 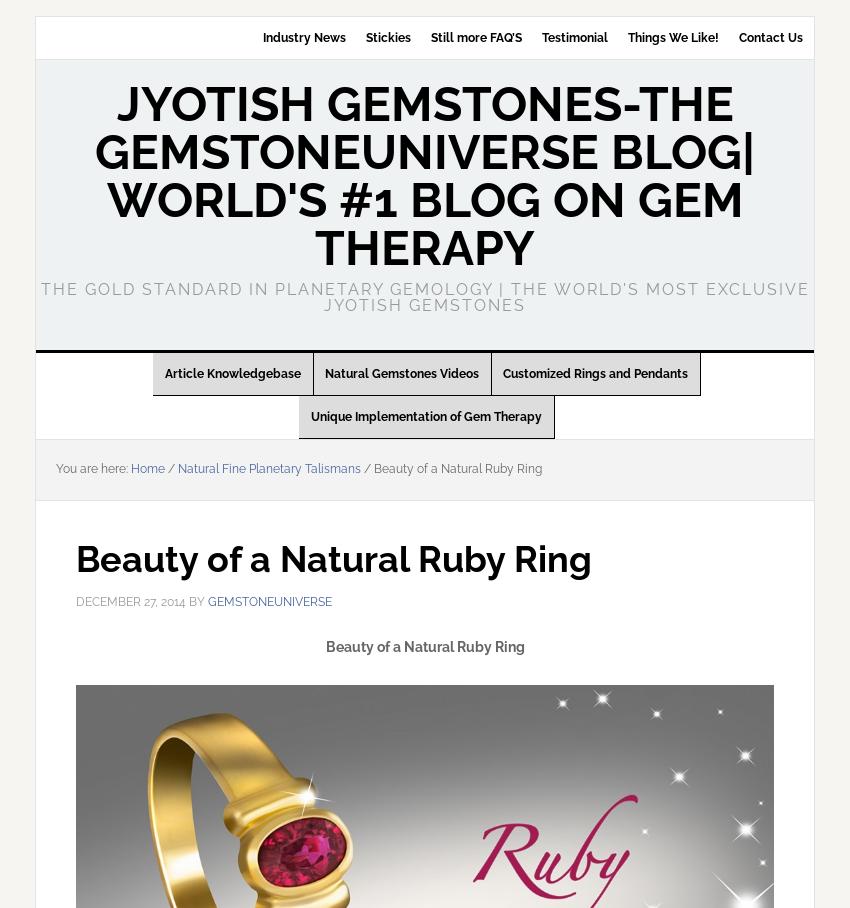 What do you see at coordinates (626, 37) in the screenshot?
I see `'Things We Like!'` at bounding box center [626, 37].